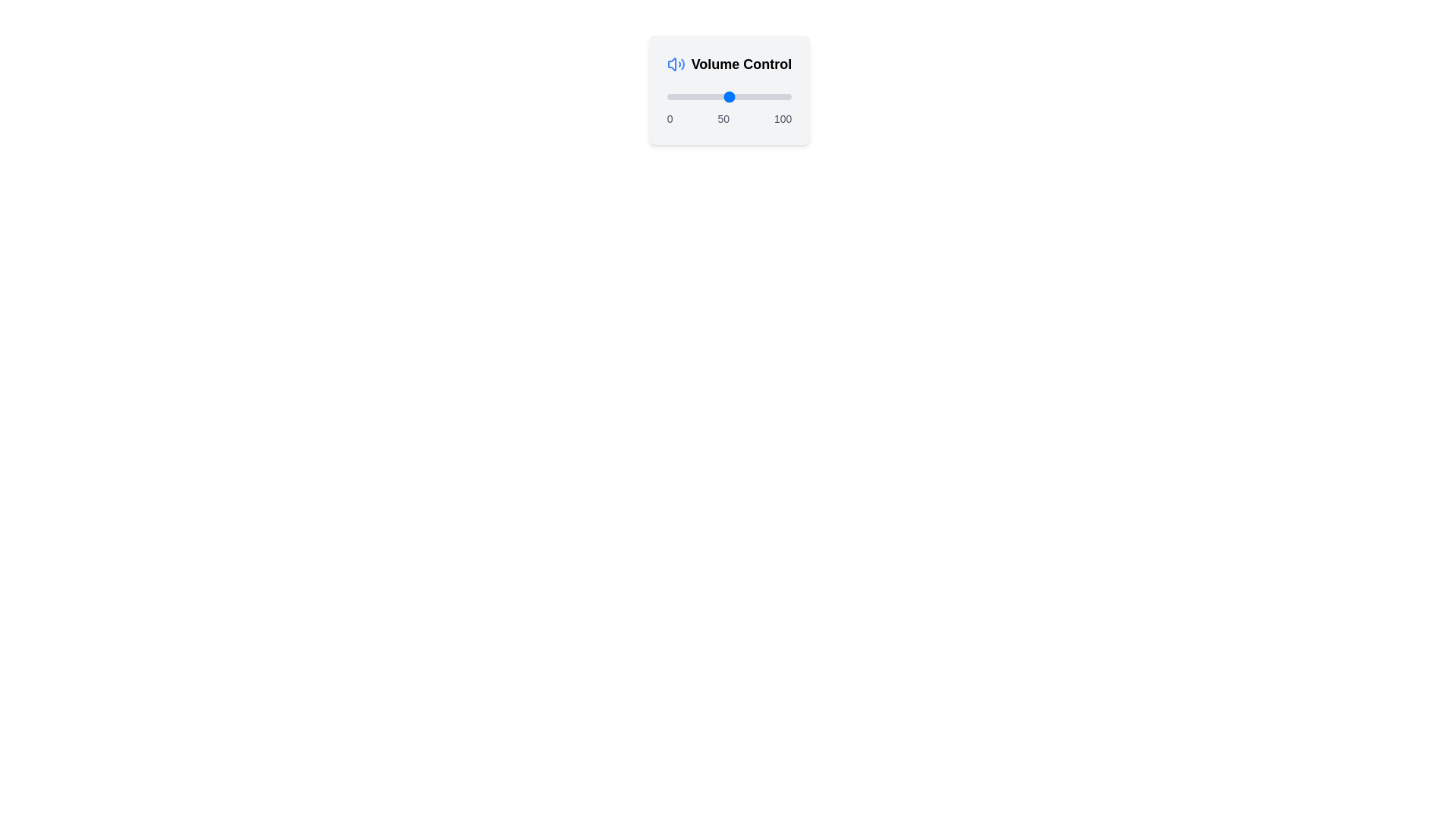 The image size is (1456, 819). What do you see at coordinates (767, 96) in the screenshot?
I see `the volume` at bounding box center [767, 96].